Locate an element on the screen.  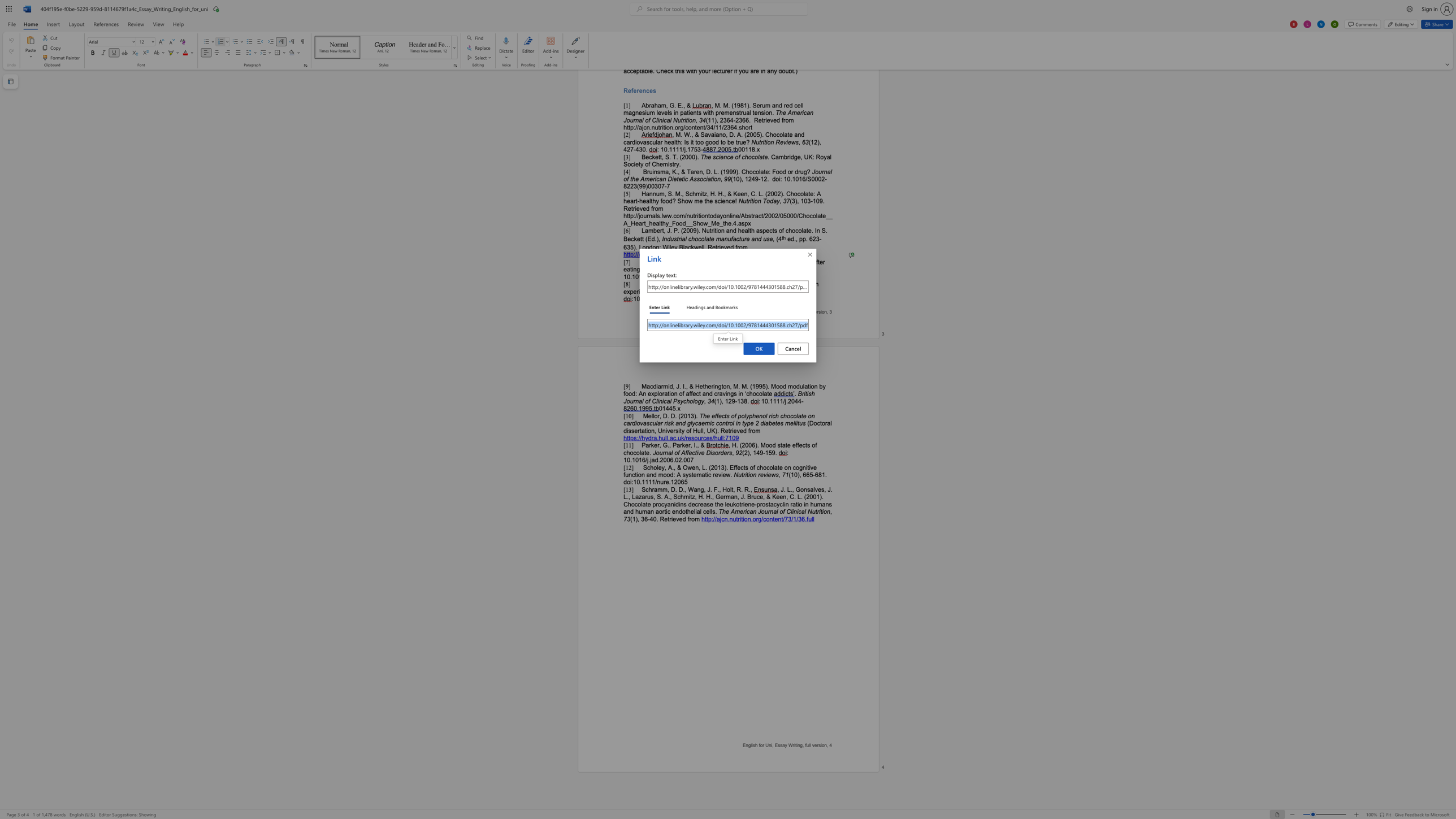
the 1th character "a" in the text is located at coordinates (783, 745).